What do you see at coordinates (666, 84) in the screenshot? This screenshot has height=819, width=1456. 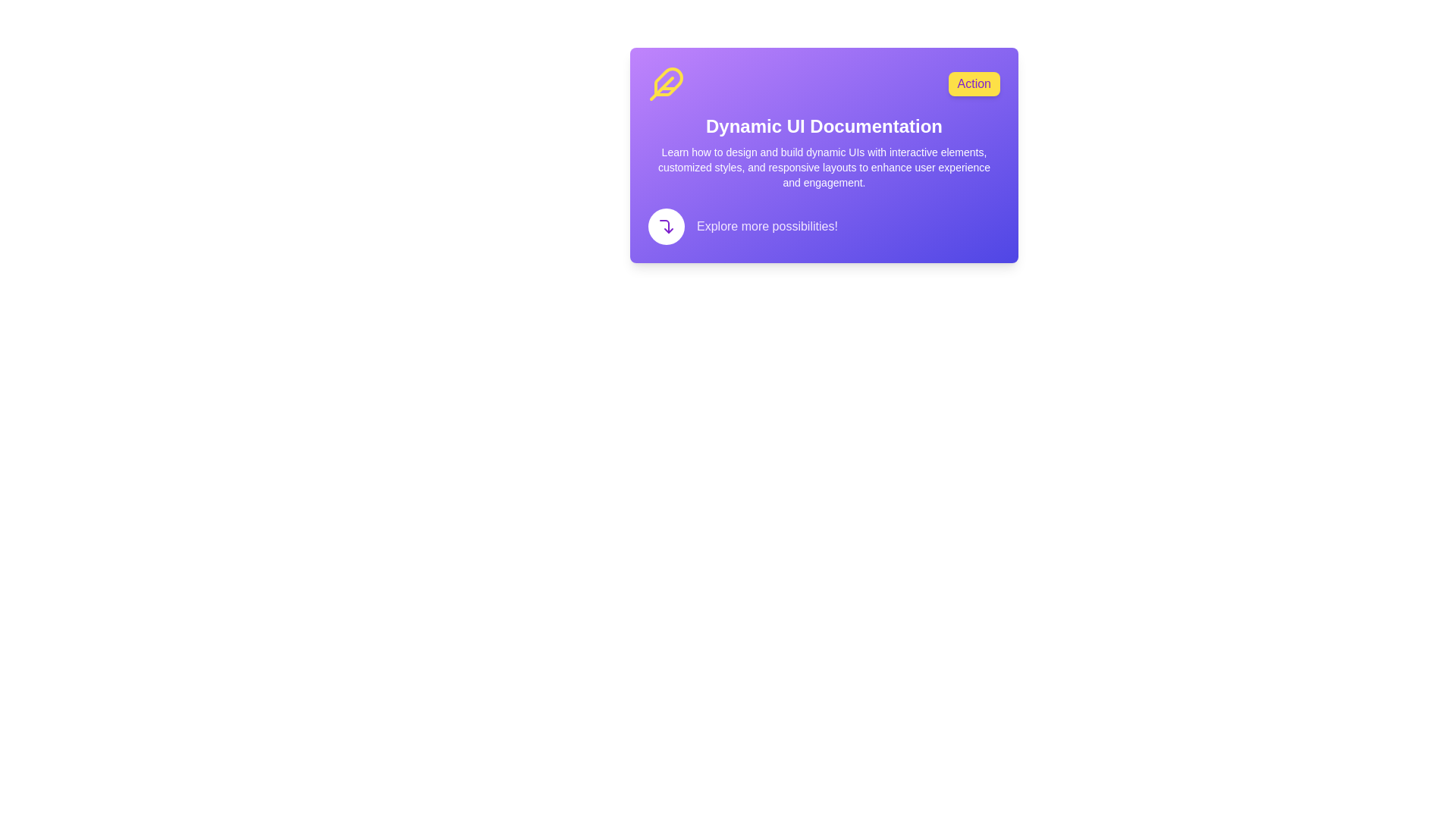 I see `the yellow feather icon located on the purple card titled 'Dynamic UI Documentation', positioned leftmost in the row with the 'Action' button` at bounding box center [666, 84].